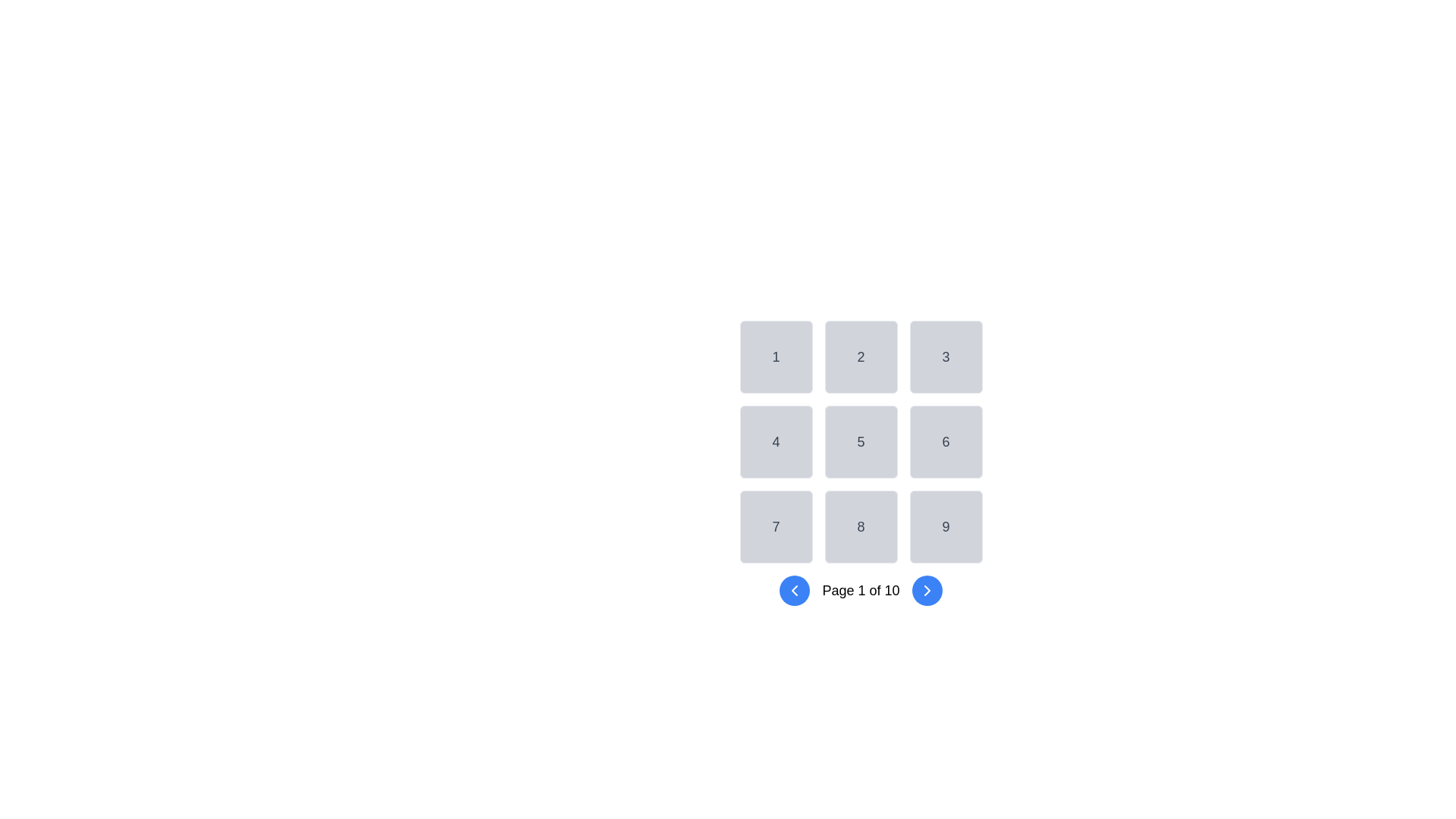 This screenshot has width=1456, height=819. Describe the element at coordinates (926, 590) in the screenshot. I see `the chevron icon located` at that location.